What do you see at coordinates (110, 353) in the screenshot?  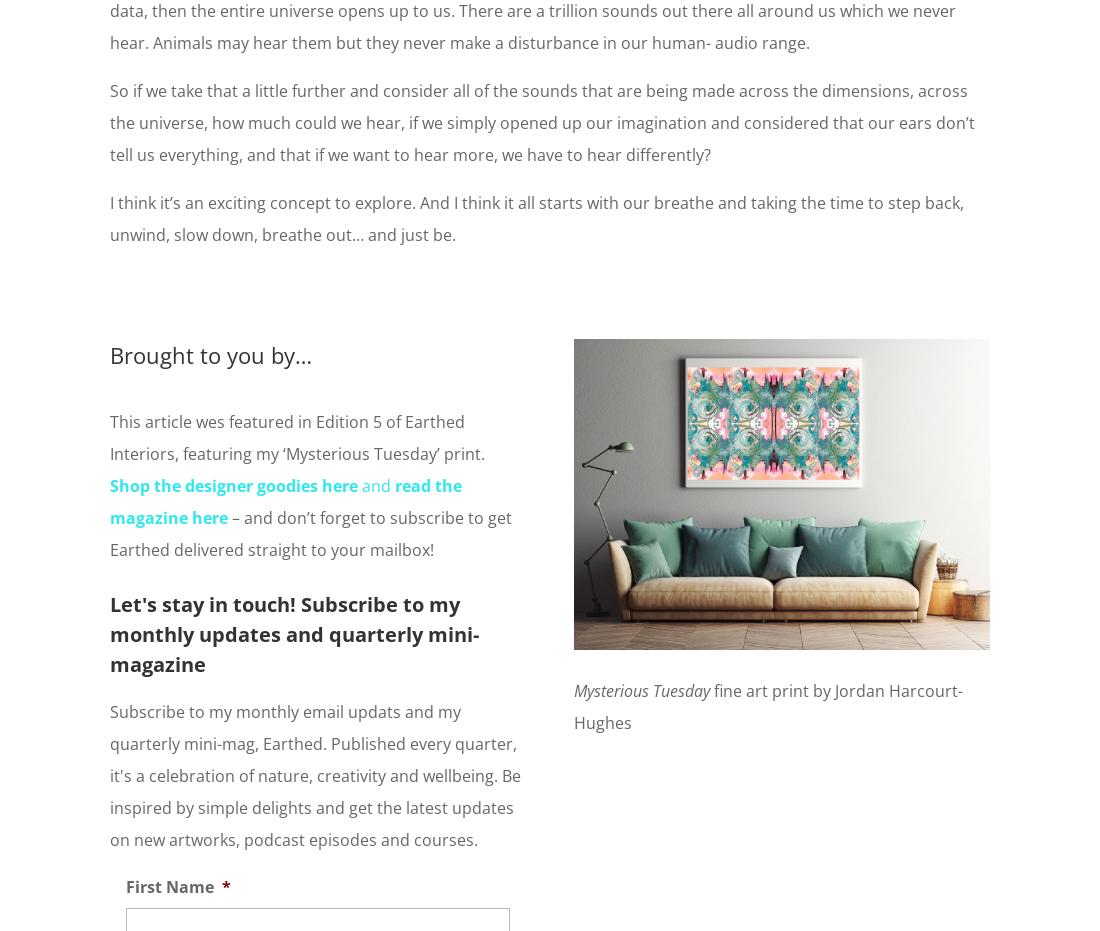 I see `'Brought to you by…'` at bounding box center [110, 353].